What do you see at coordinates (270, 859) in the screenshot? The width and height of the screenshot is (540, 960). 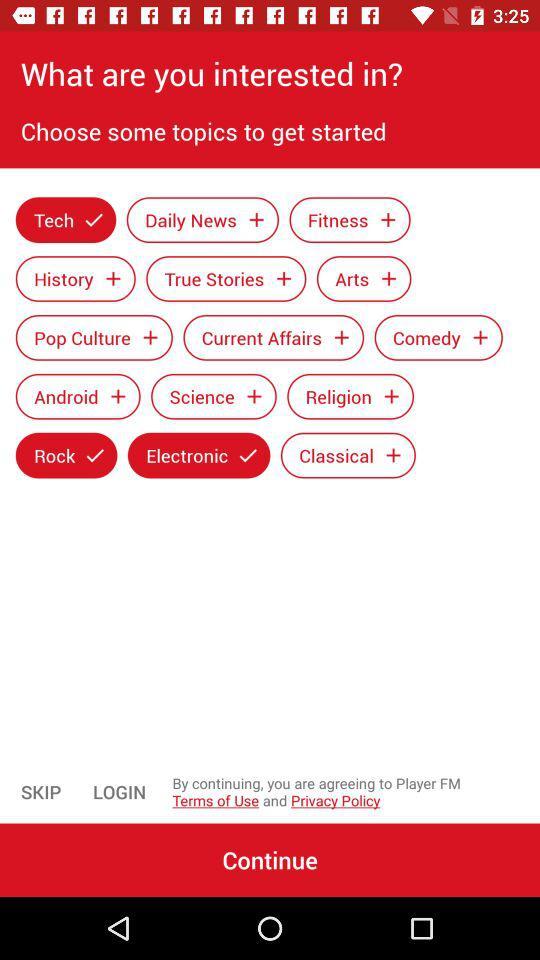 I see `continue icon` at bounding box center [270, 859].